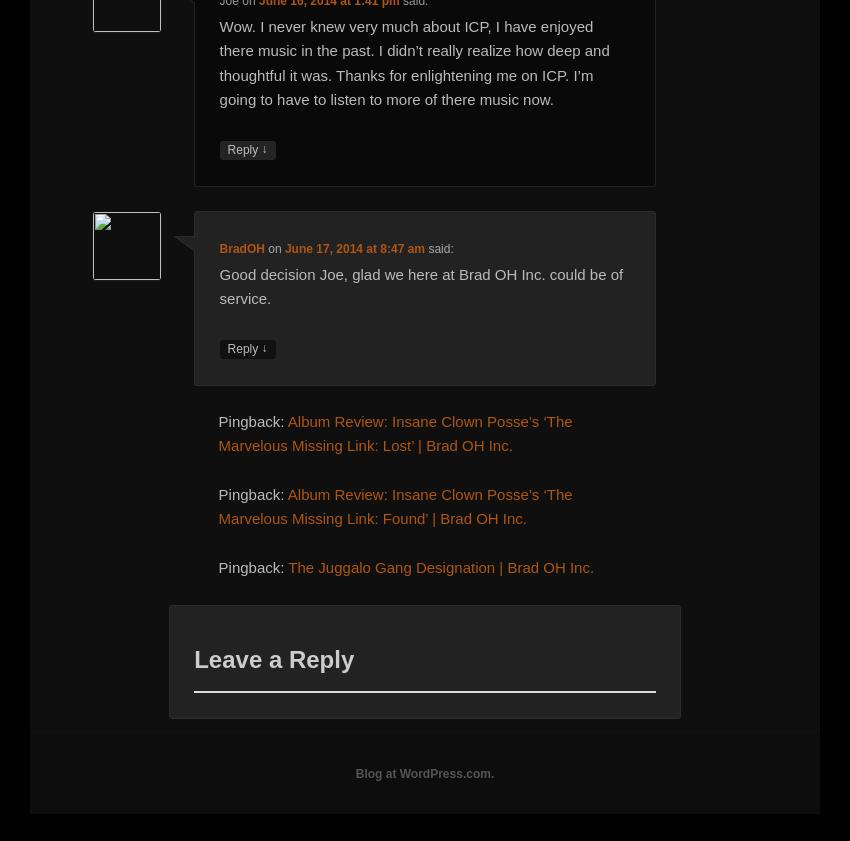 This screenshot has width=850, height=841. Describe the element at coordinates (414, 61) in the screenshot. I see `'Wow. I never knew very much about ICP, I have enjoyed there music in the past. I didn’t really realize how deep and thoughtful it was. Thanks for enlightening me on ICP. I’m going to have to listen to more of there music now.'` at that location.